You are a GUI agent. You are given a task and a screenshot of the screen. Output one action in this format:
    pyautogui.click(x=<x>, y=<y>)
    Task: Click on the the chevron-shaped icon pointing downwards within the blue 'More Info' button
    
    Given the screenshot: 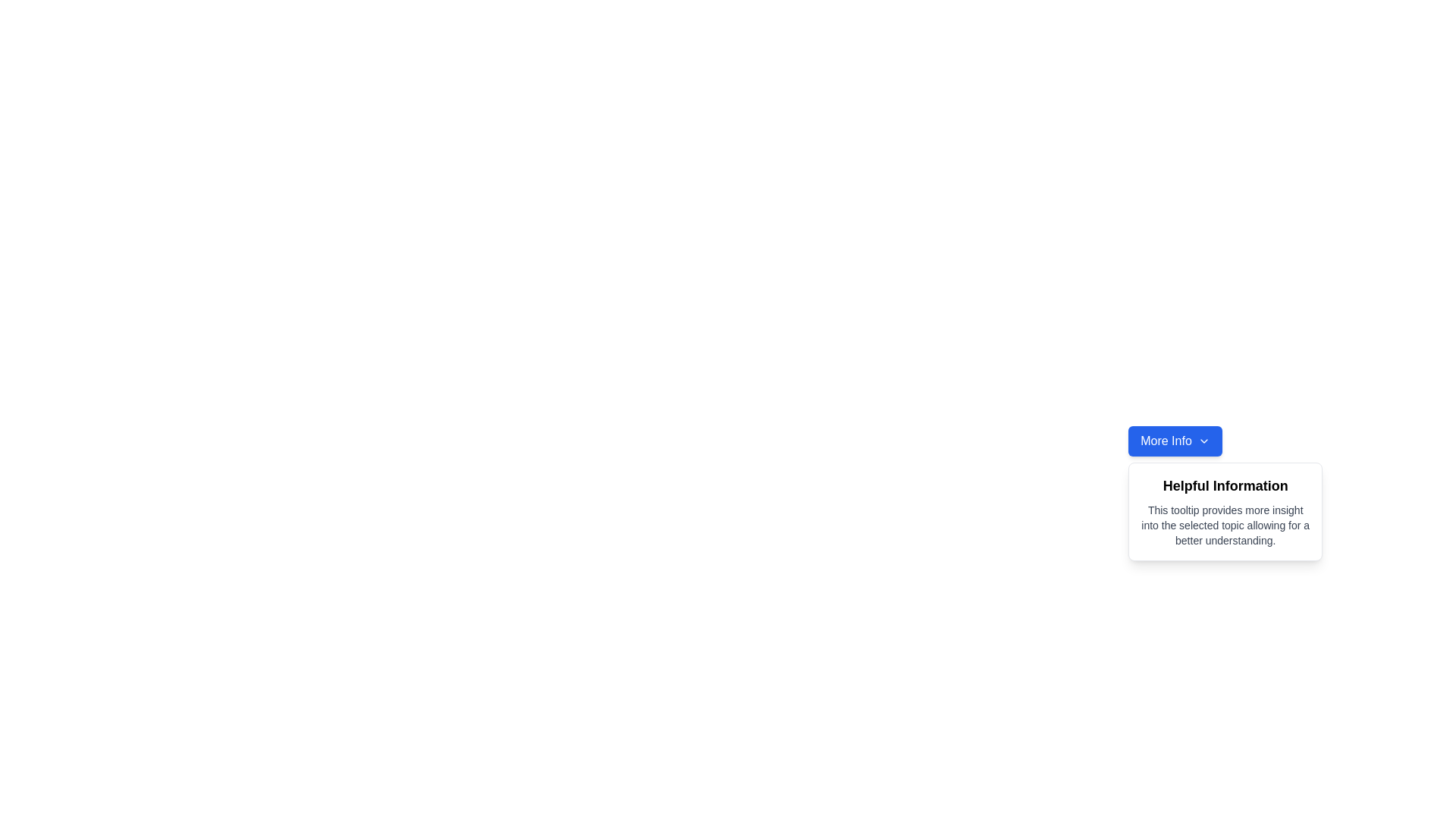 What is the action you would take?
    pyautogui.click(x=1203, y=441)
    